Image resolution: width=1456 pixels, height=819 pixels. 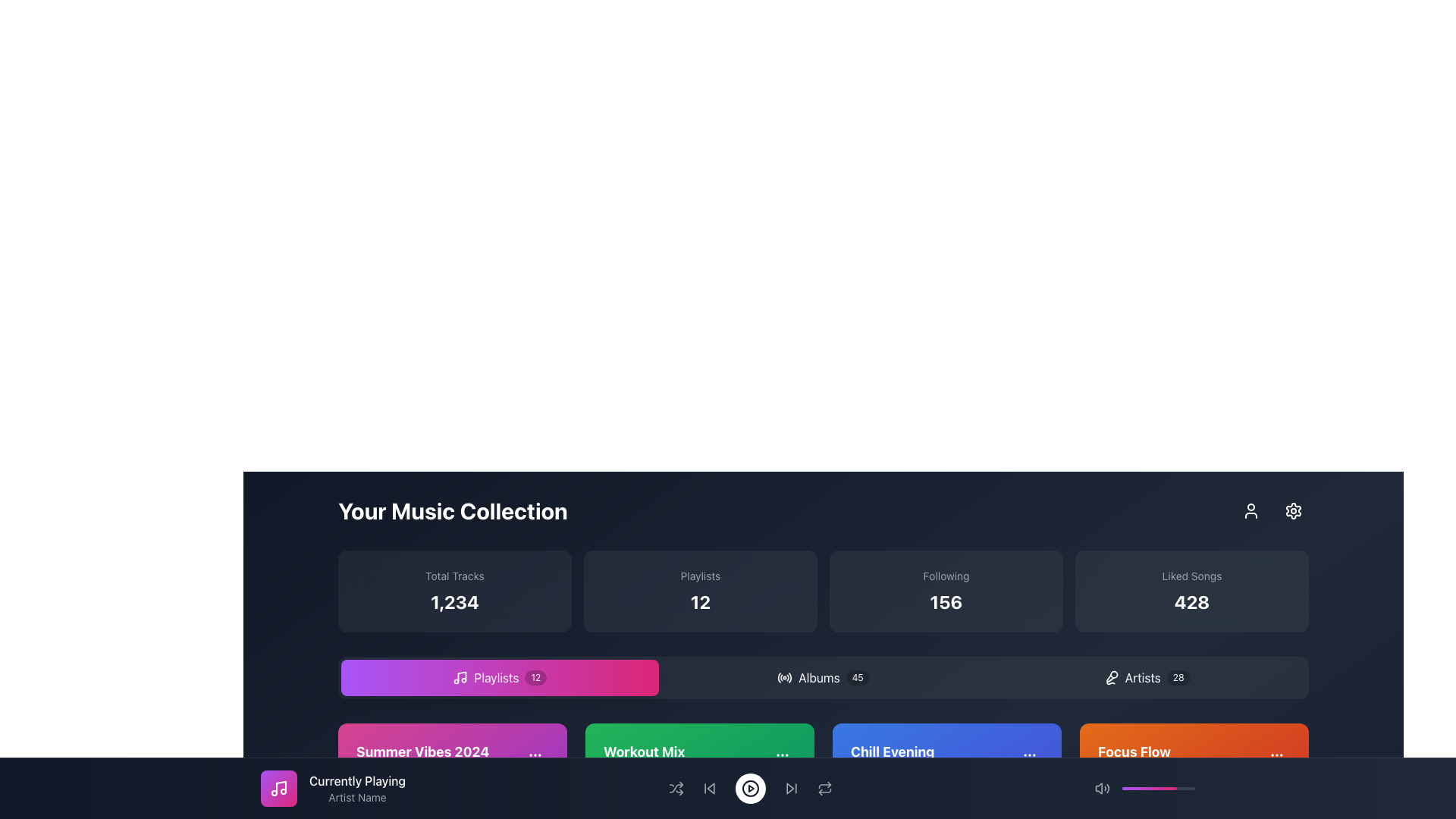 What do you see at coordinates (422, 761) in the screenshot?
I see `the 'Summer Vibes 2024' label and text component within the purple rectangle` at bounding box center [422, 761].